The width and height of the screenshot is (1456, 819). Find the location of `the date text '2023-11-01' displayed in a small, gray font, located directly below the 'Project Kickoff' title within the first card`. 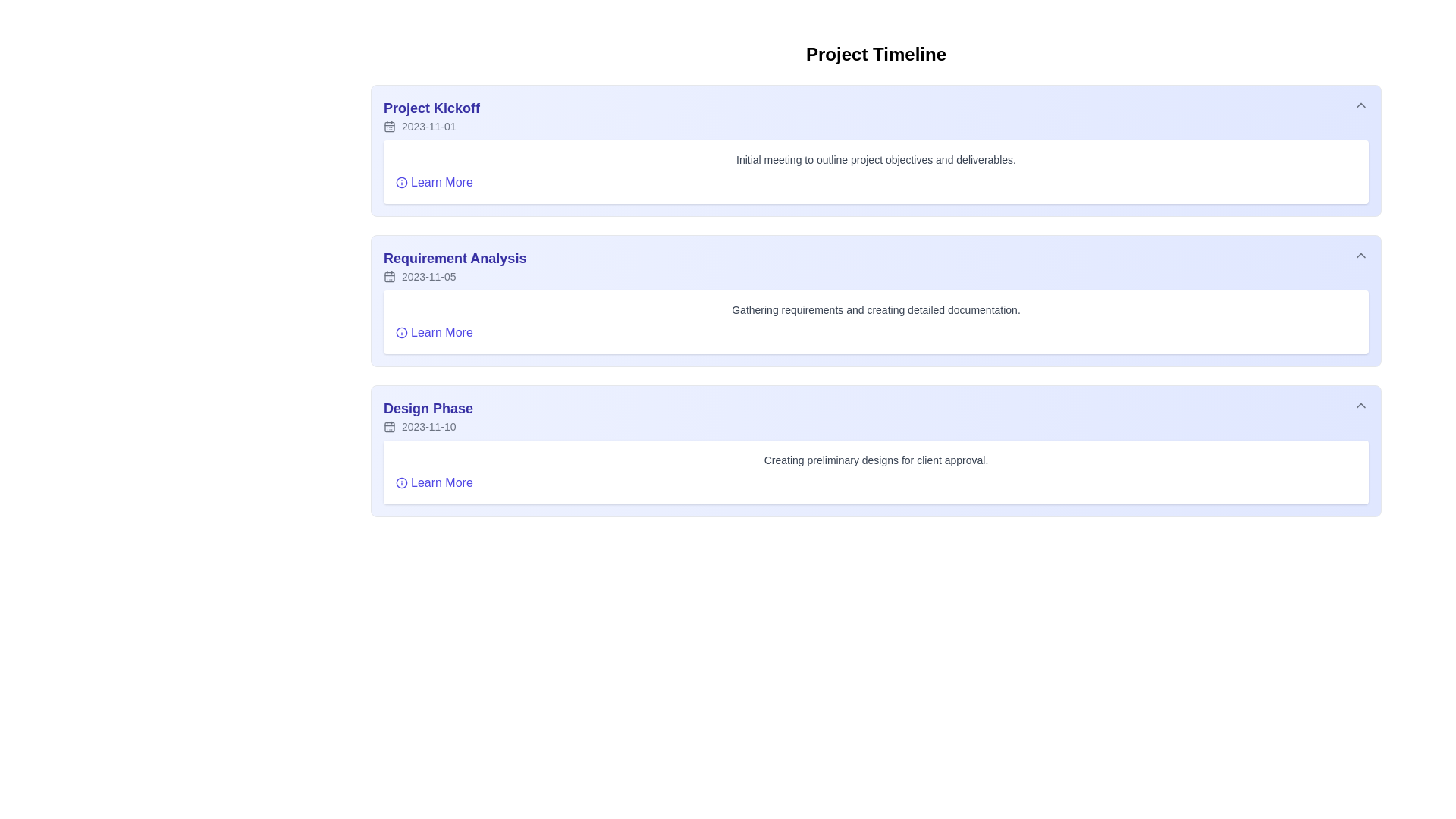

the date text '2023-11-01' displayed in a small, gray font, located directly below the 'Project Kickoff' title within the first card is located at coordinates (431, 125).